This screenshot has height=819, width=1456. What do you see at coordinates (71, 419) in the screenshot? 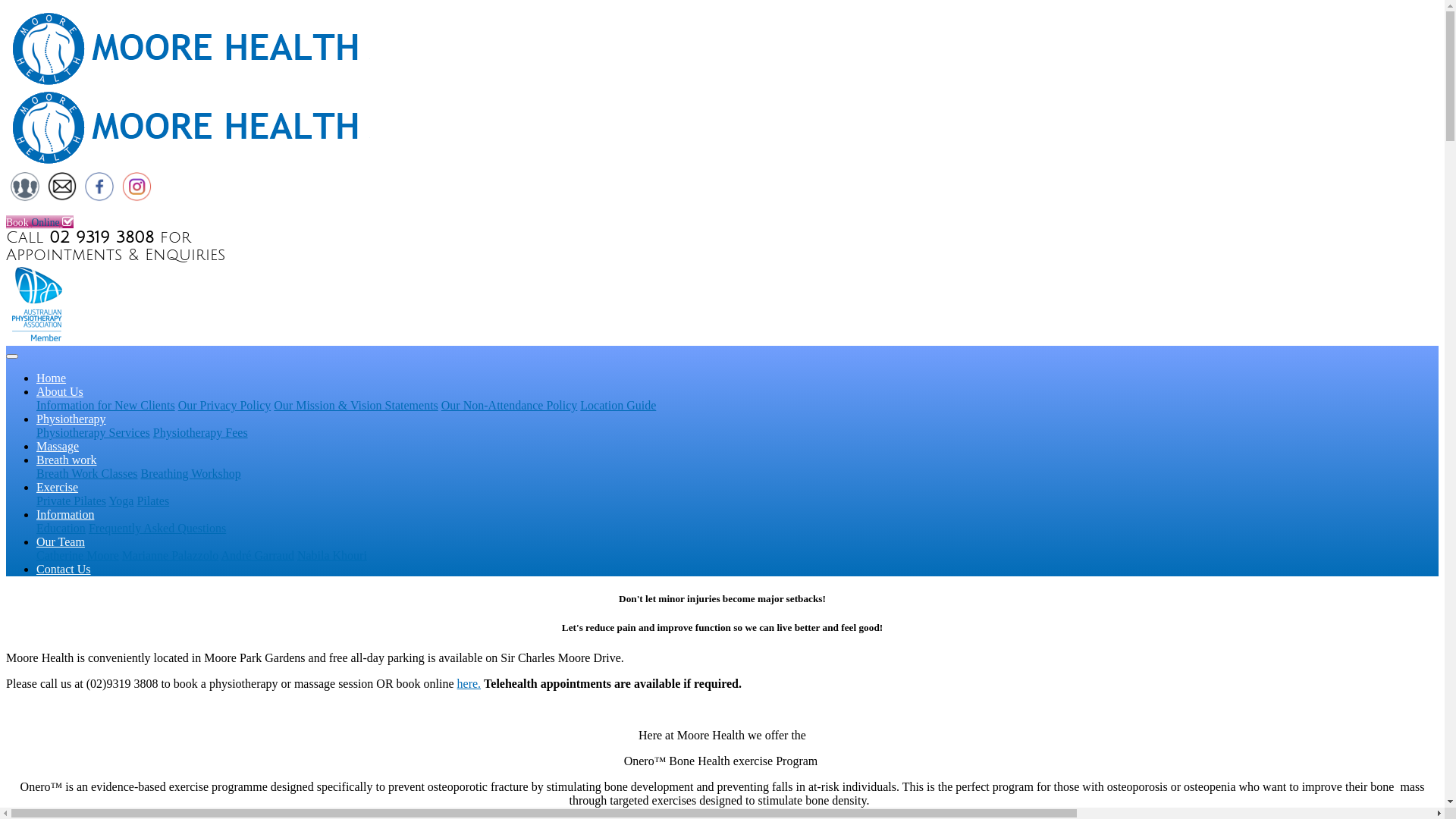
I see `'Physiotherapy'` at bounding box center [71, 419].